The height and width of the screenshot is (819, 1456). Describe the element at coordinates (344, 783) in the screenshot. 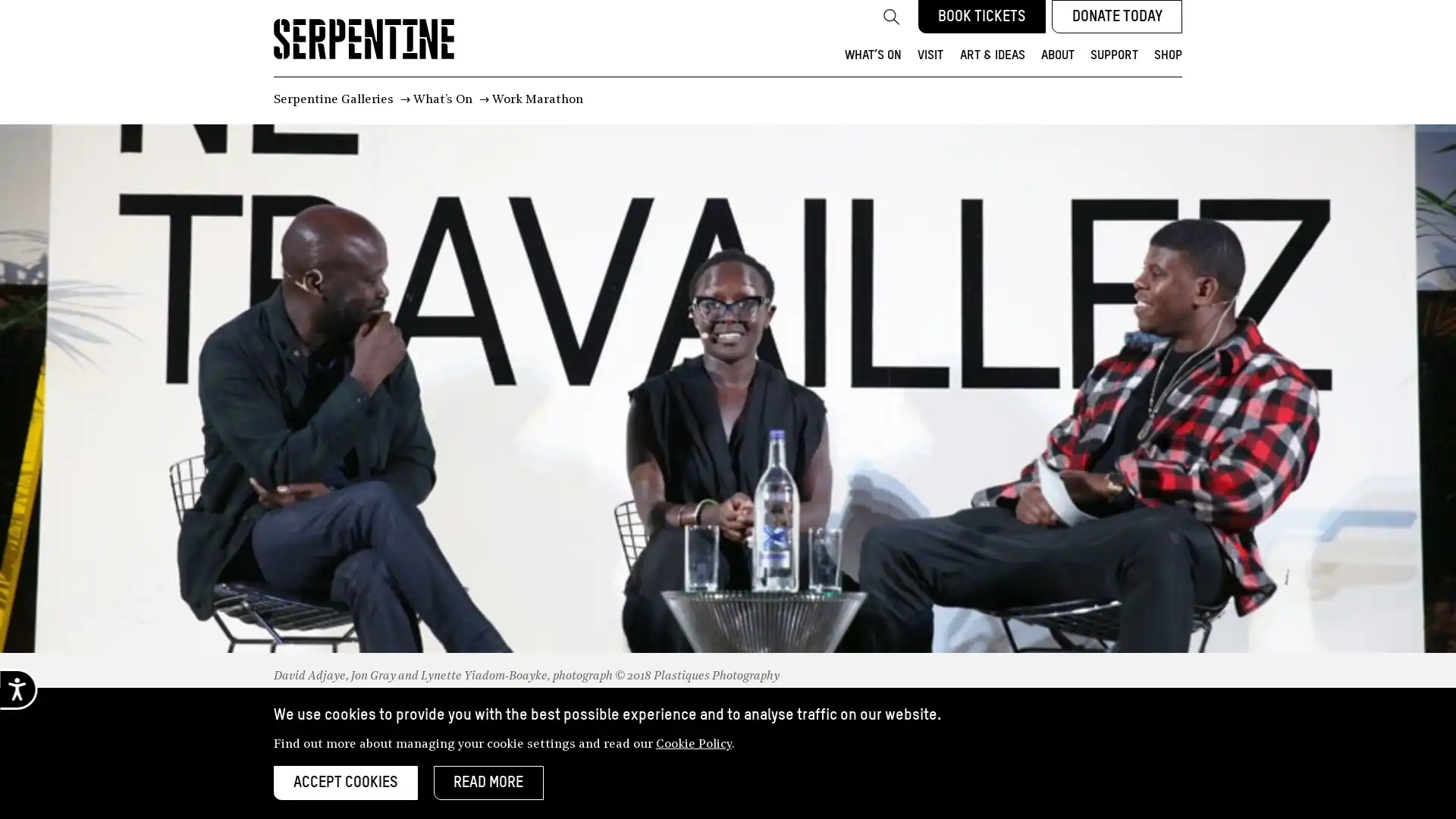

I see `ACCEPT COOKIES` at that location.